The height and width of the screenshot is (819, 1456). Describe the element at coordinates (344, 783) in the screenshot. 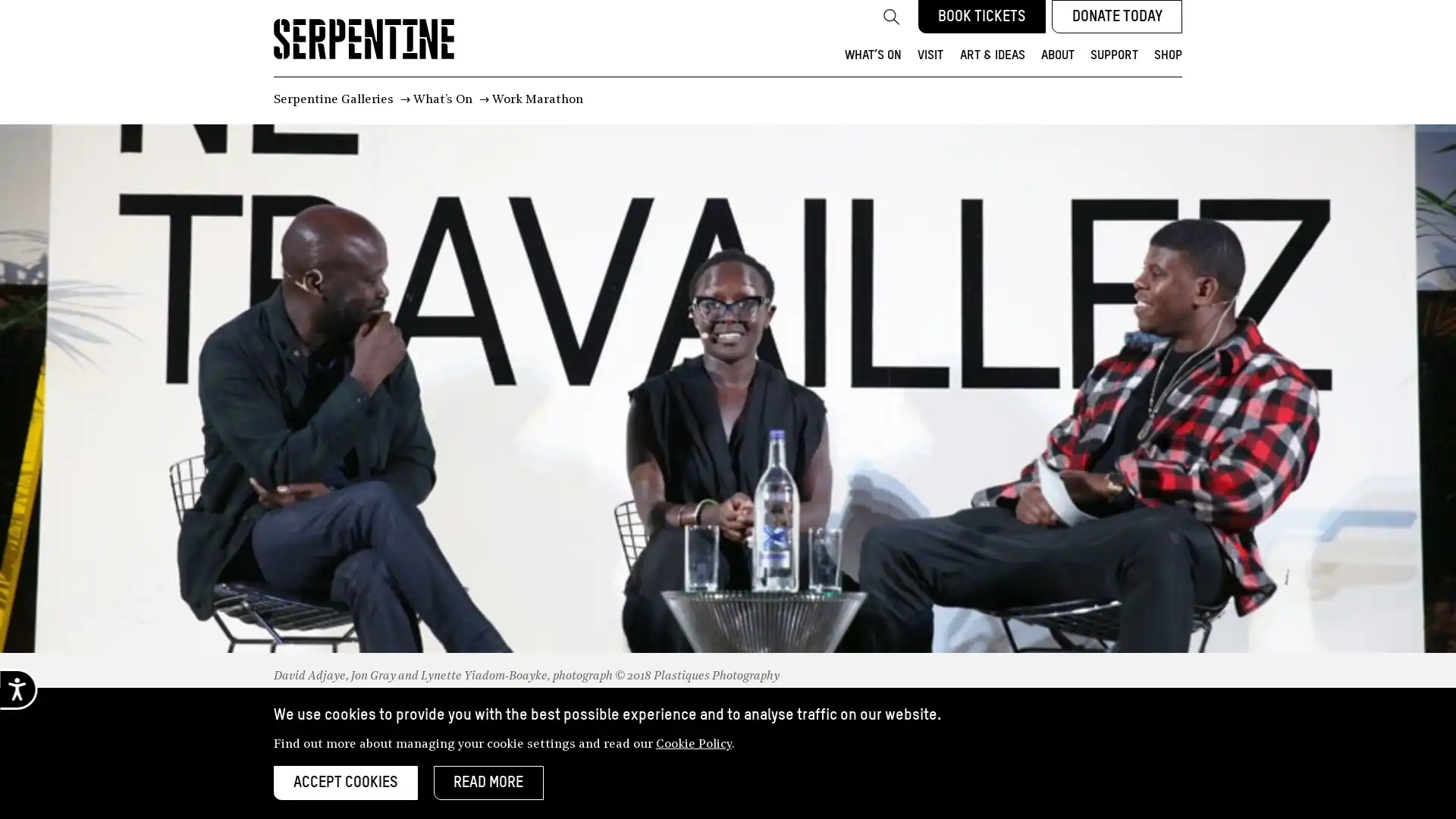

I see `ACCEPT COOKIES` at that location.